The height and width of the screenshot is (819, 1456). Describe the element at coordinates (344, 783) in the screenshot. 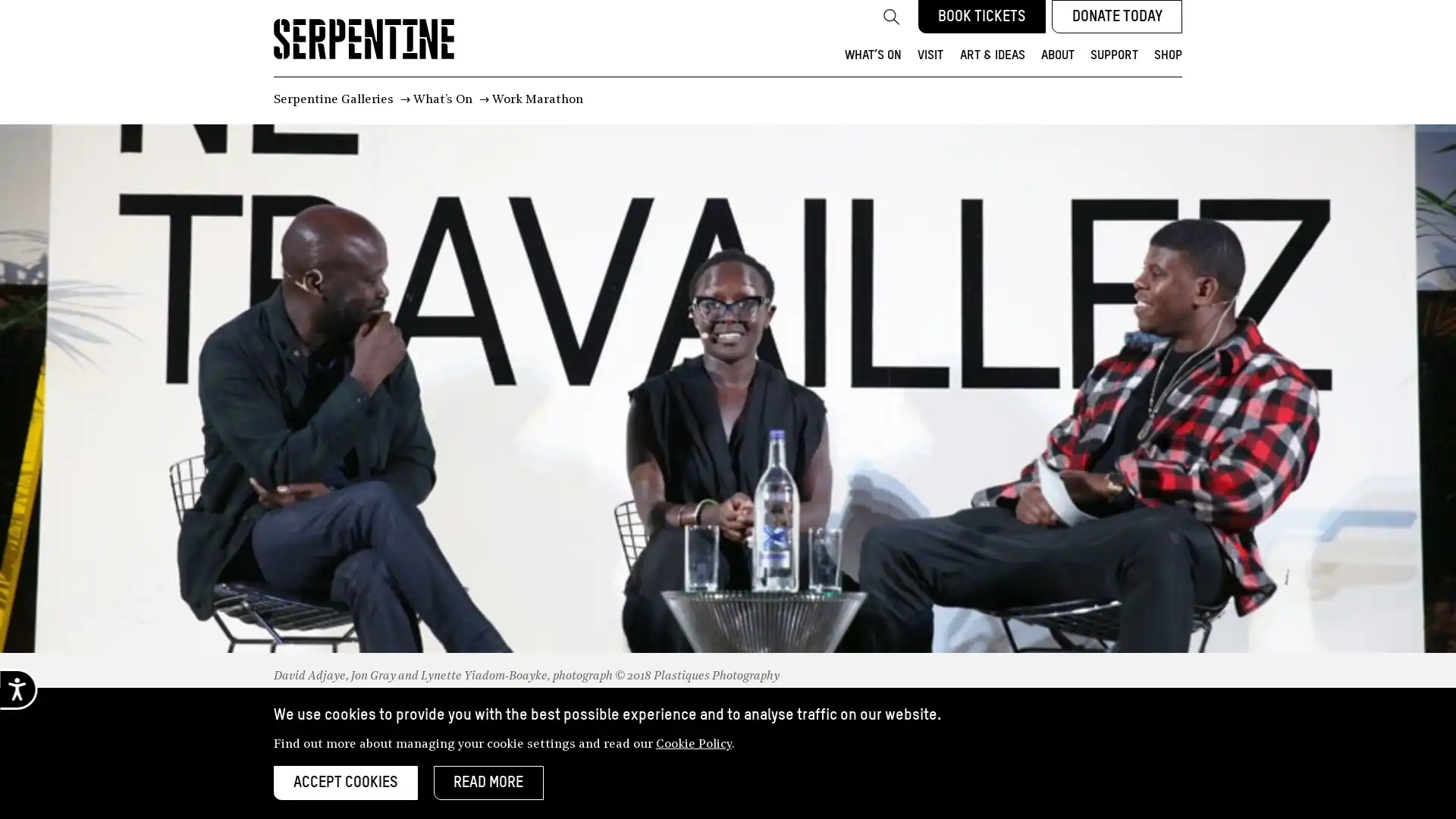

I see `ACCEPT COOKIES` at that location.